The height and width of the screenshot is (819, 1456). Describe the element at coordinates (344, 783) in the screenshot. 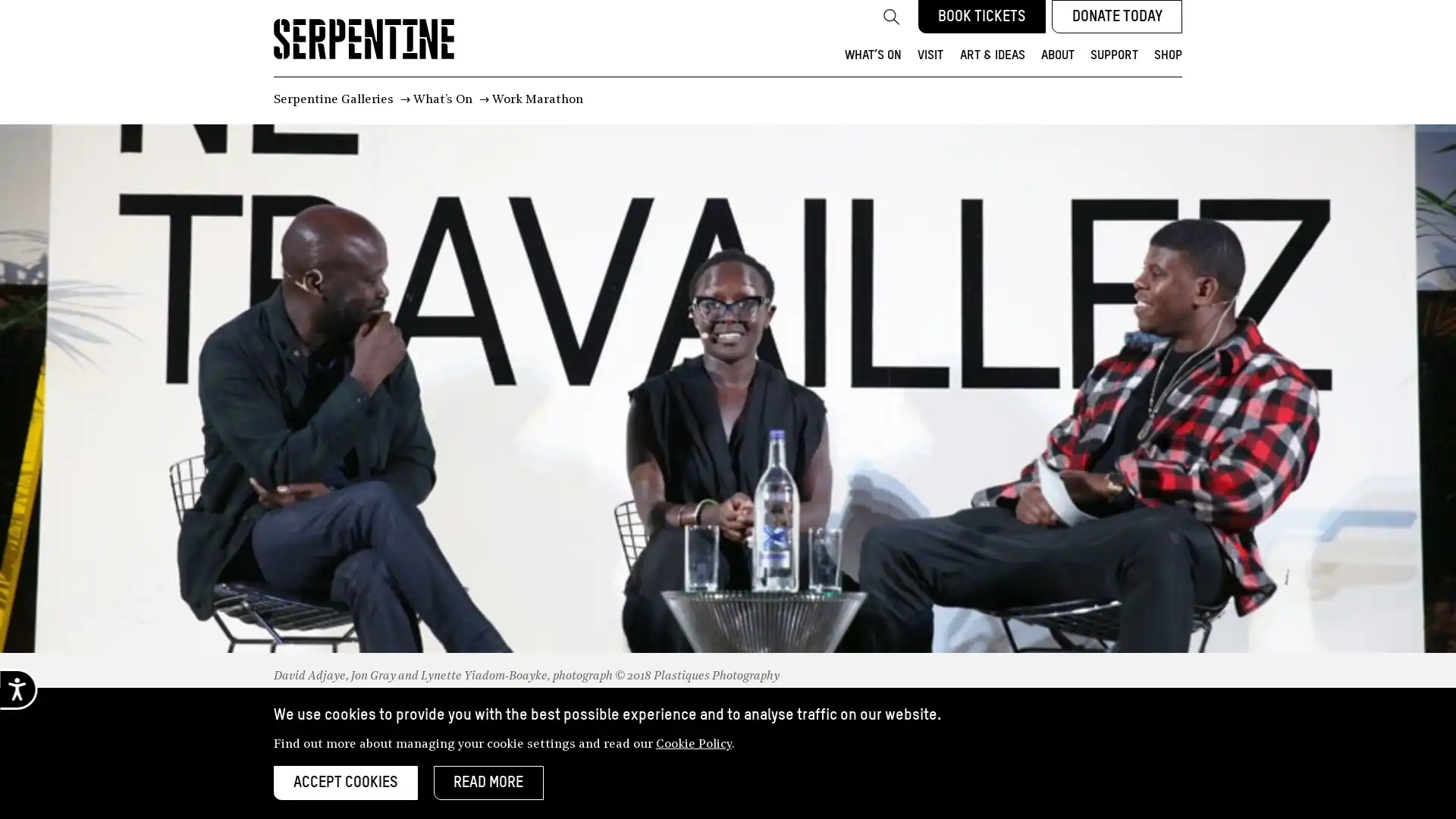

I see `ACCEPT COOKIES` at that location.